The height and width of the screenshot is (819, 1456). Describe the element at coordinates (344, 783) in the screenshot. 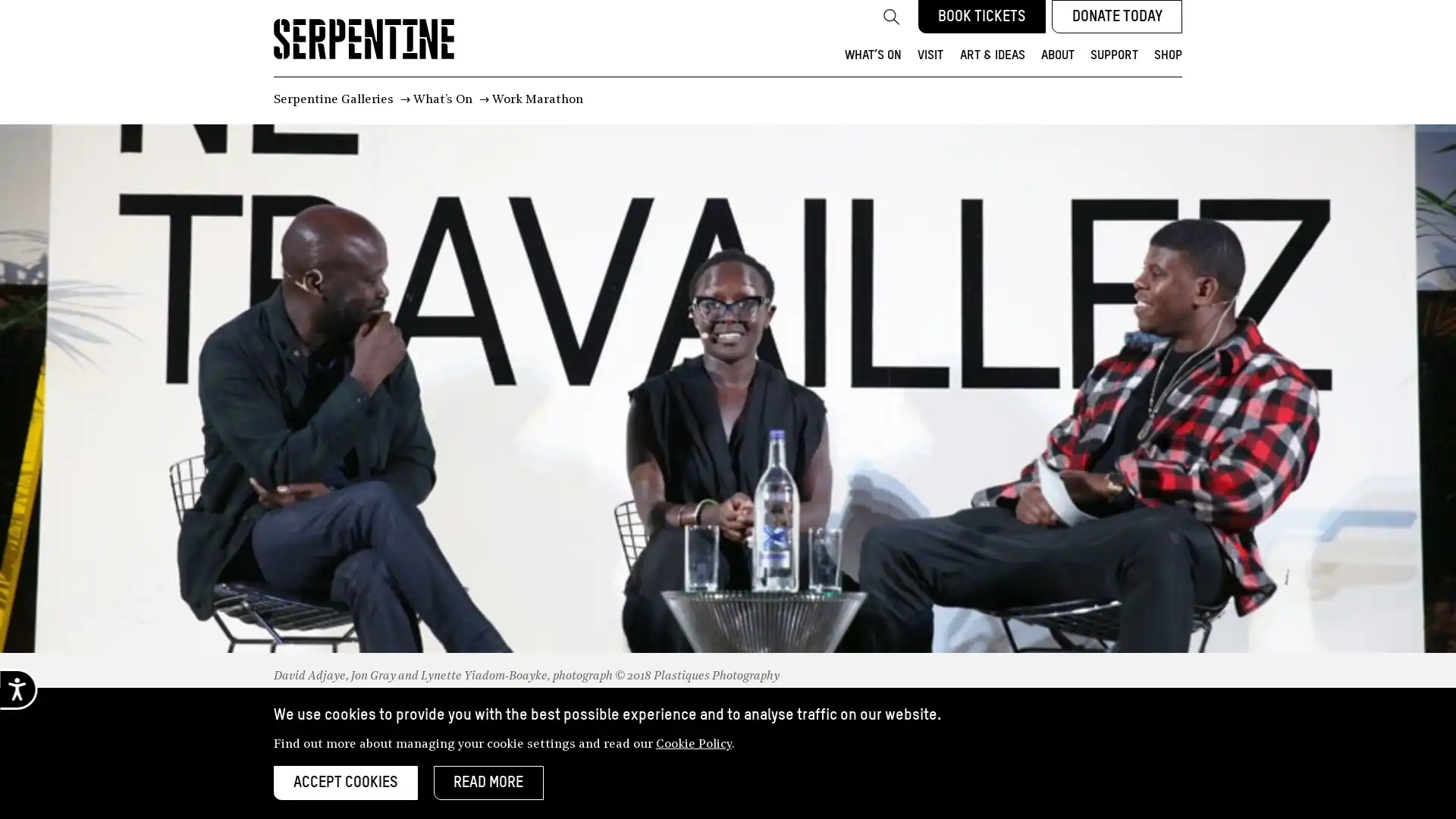

I see `ACCEPT COOKIES` at that location.